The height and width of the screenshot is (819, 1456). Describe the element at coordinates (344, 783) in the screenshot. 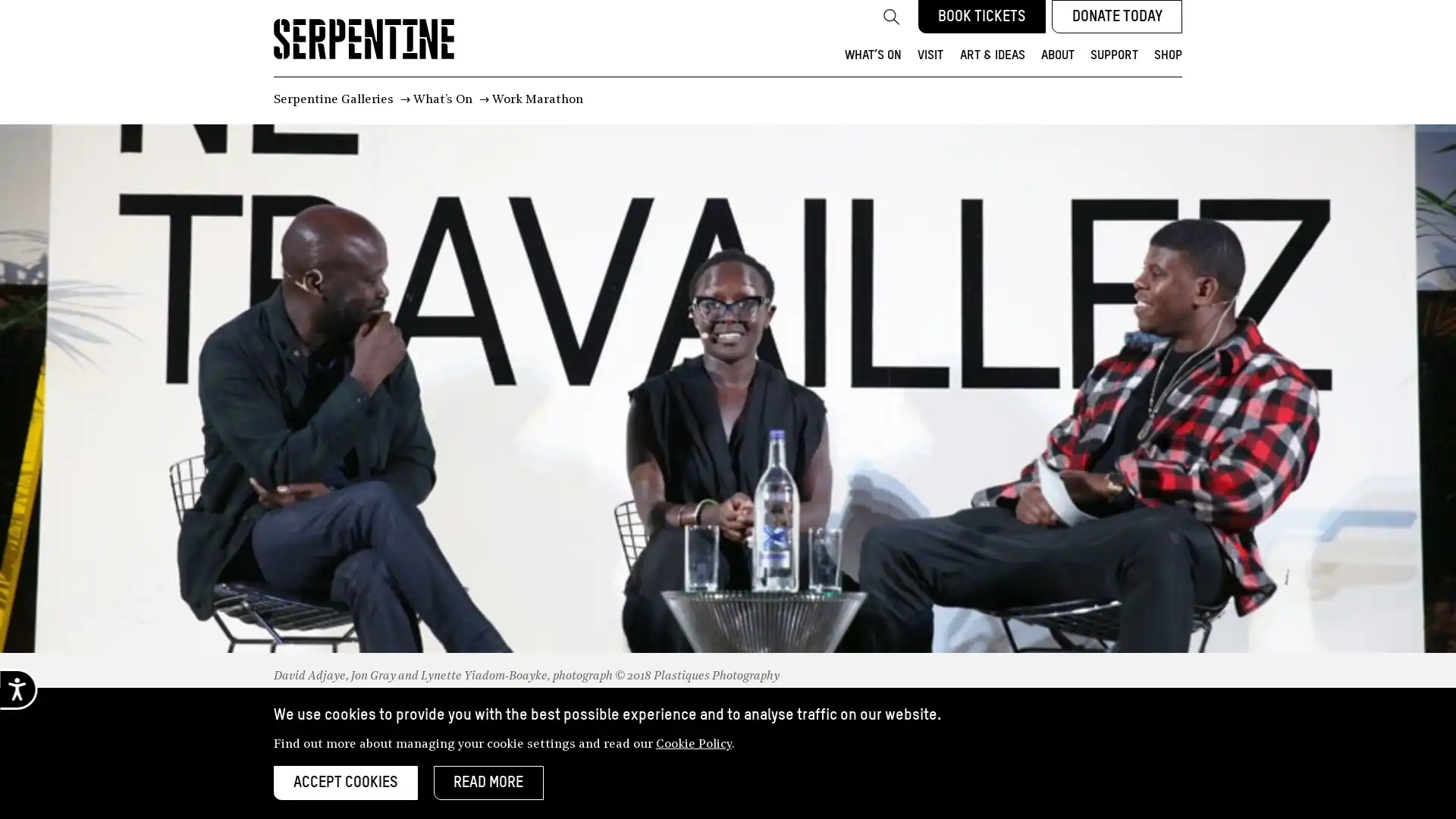

I see `ACCEPT COOKIES` at that location.